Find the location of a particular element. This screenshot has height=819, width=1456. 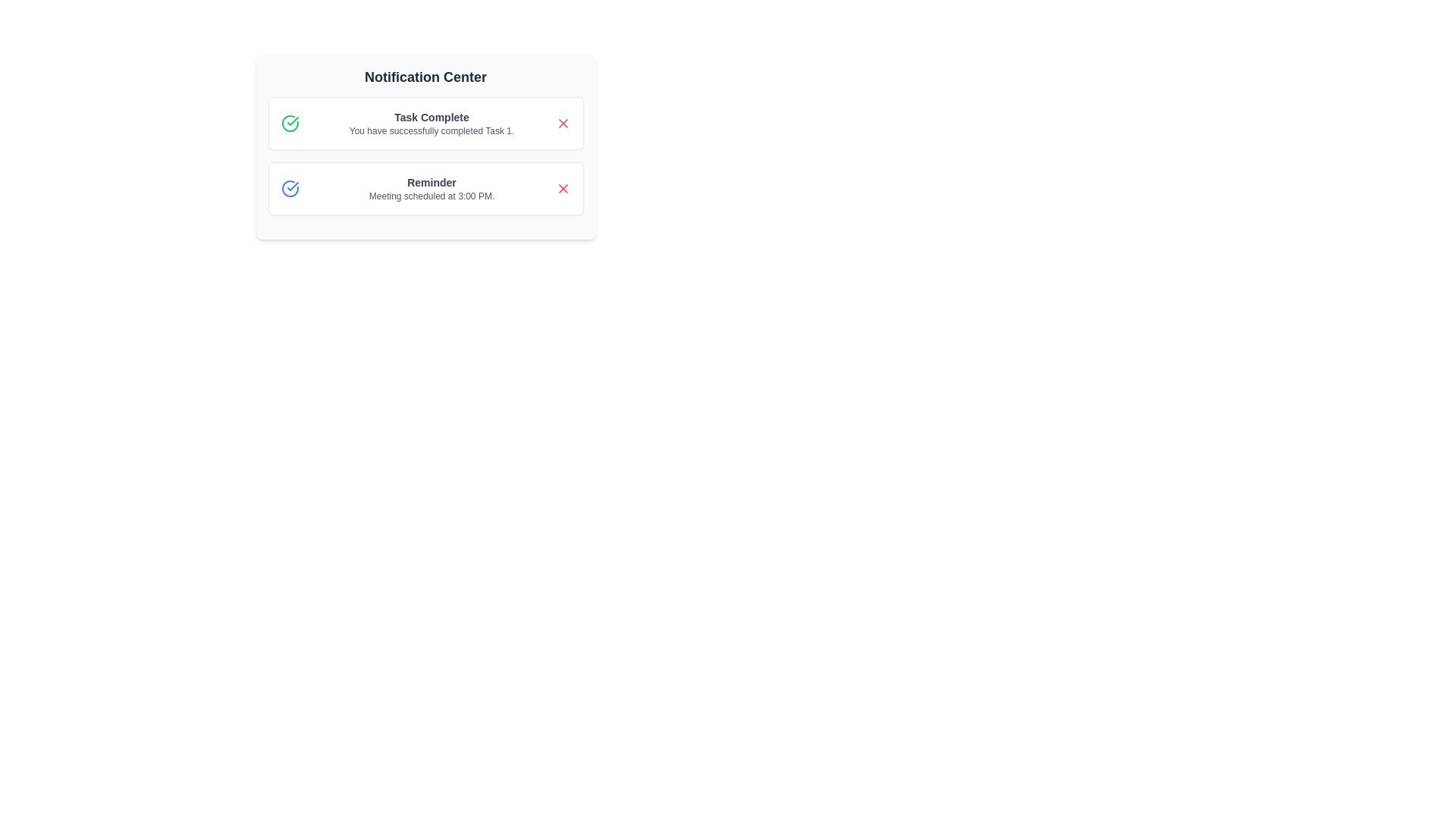

the Notification block located in the Notification Center is located at coordinates (425, 155).